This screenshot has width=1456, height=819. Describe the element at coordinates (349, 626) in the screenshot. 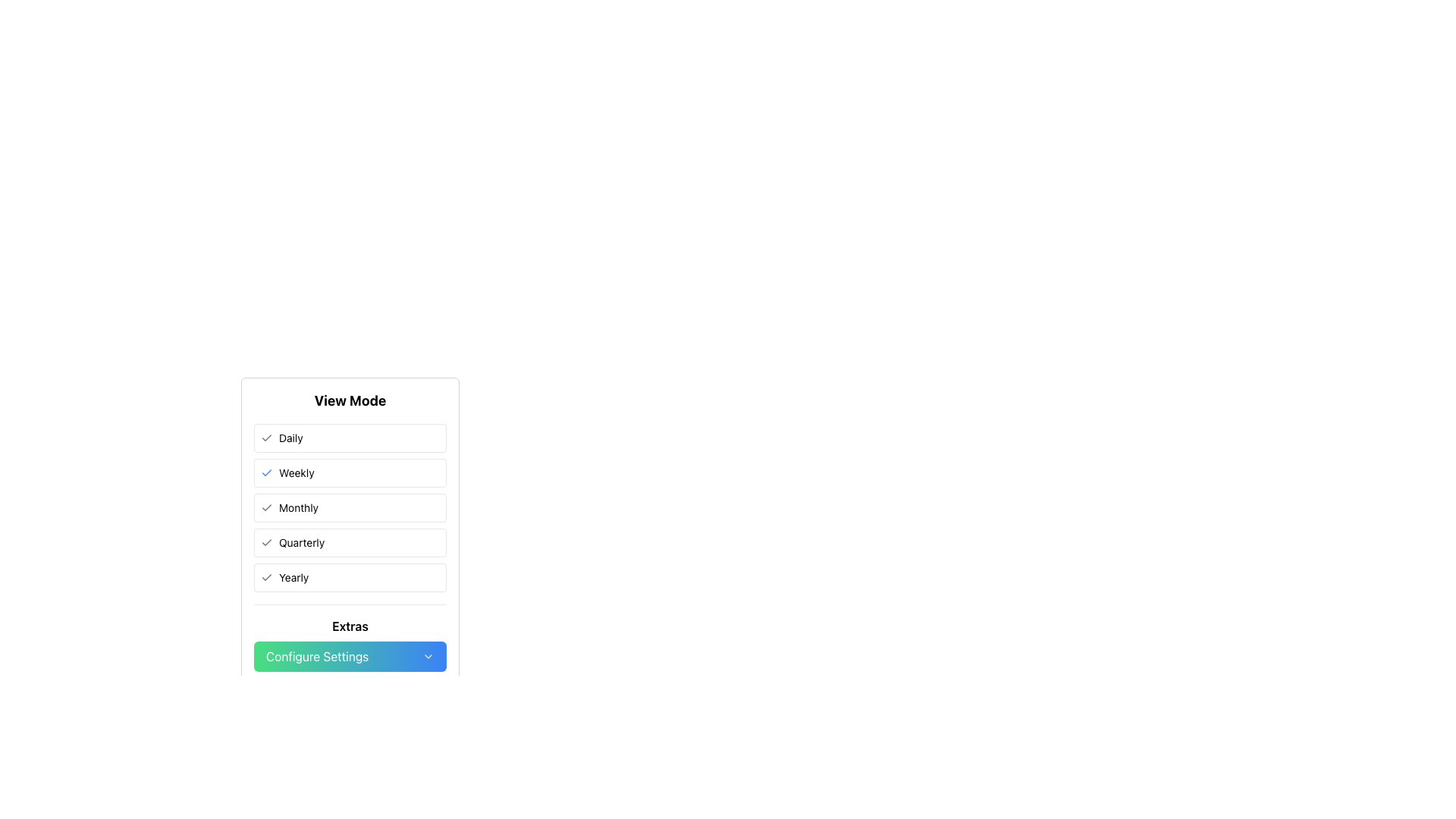

I see `the text label that reads 'Extras', which is styled with a medium-sized, bold font and is located above the 'Configure Settings' button` at that location.